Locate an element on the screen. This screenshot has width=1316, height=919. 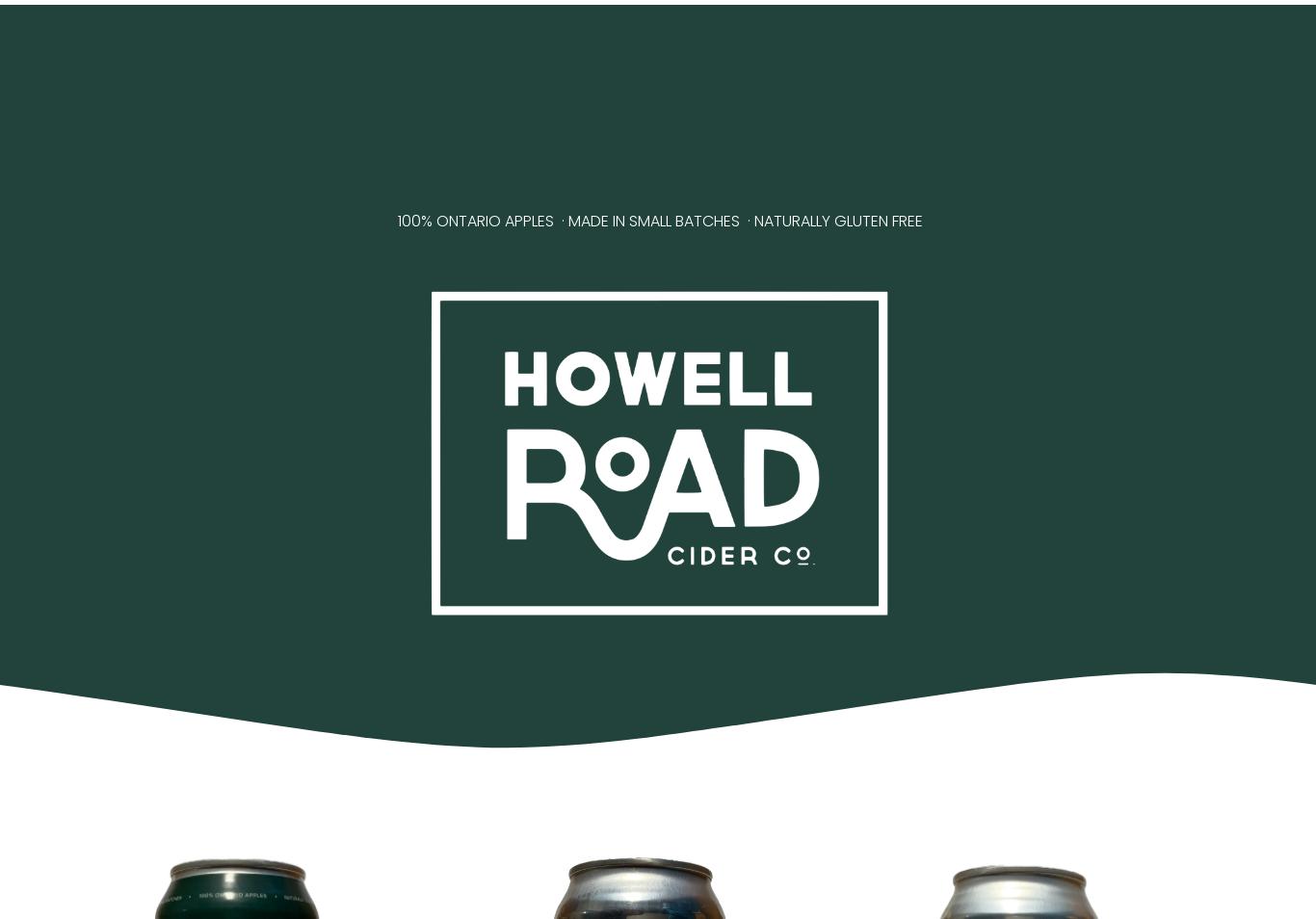
'Sustainable Farming' is located at coordinates (362, 138).